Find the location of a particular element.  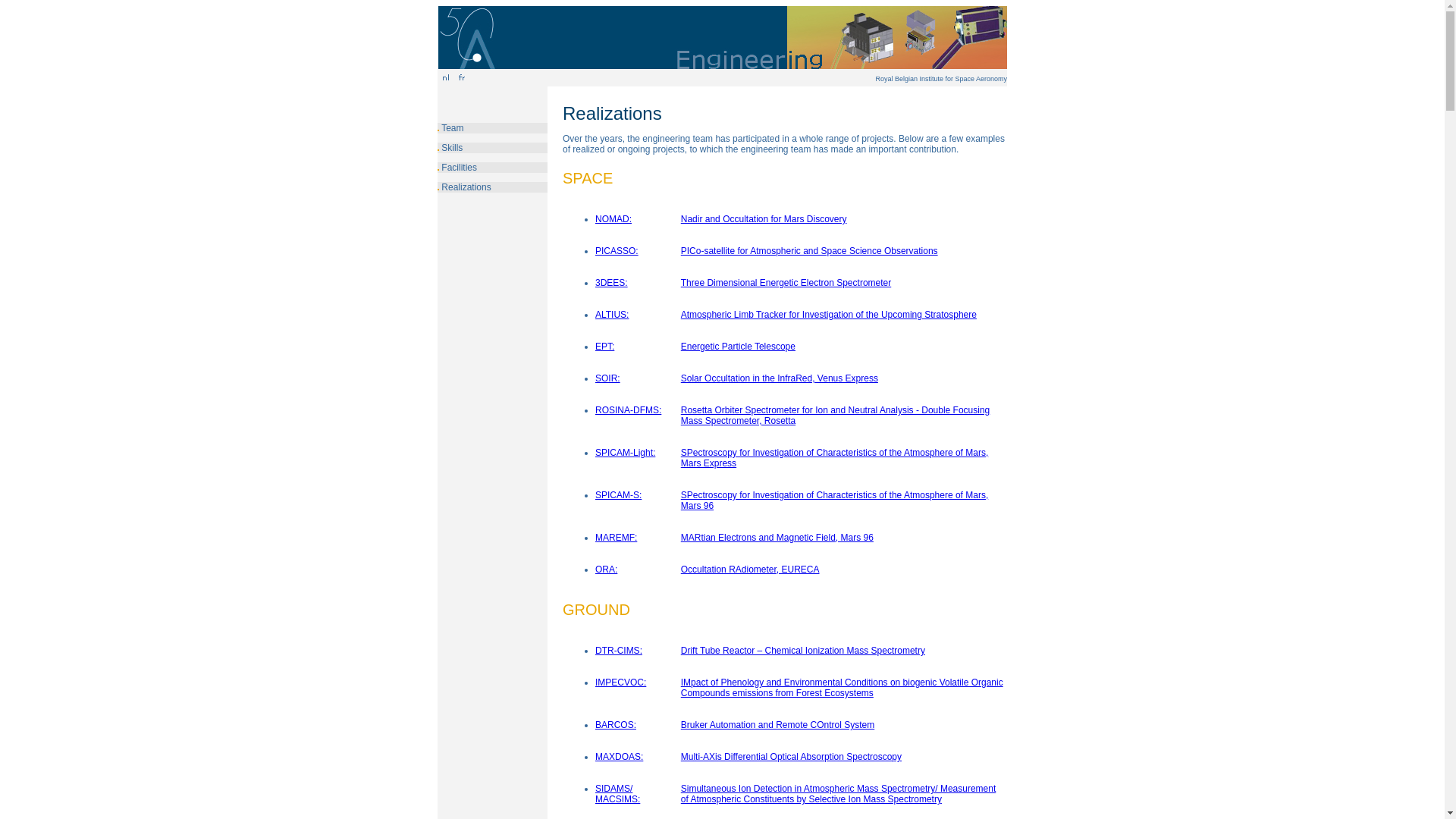

'SPICAM-S:' is located at coordinates (618, 494).